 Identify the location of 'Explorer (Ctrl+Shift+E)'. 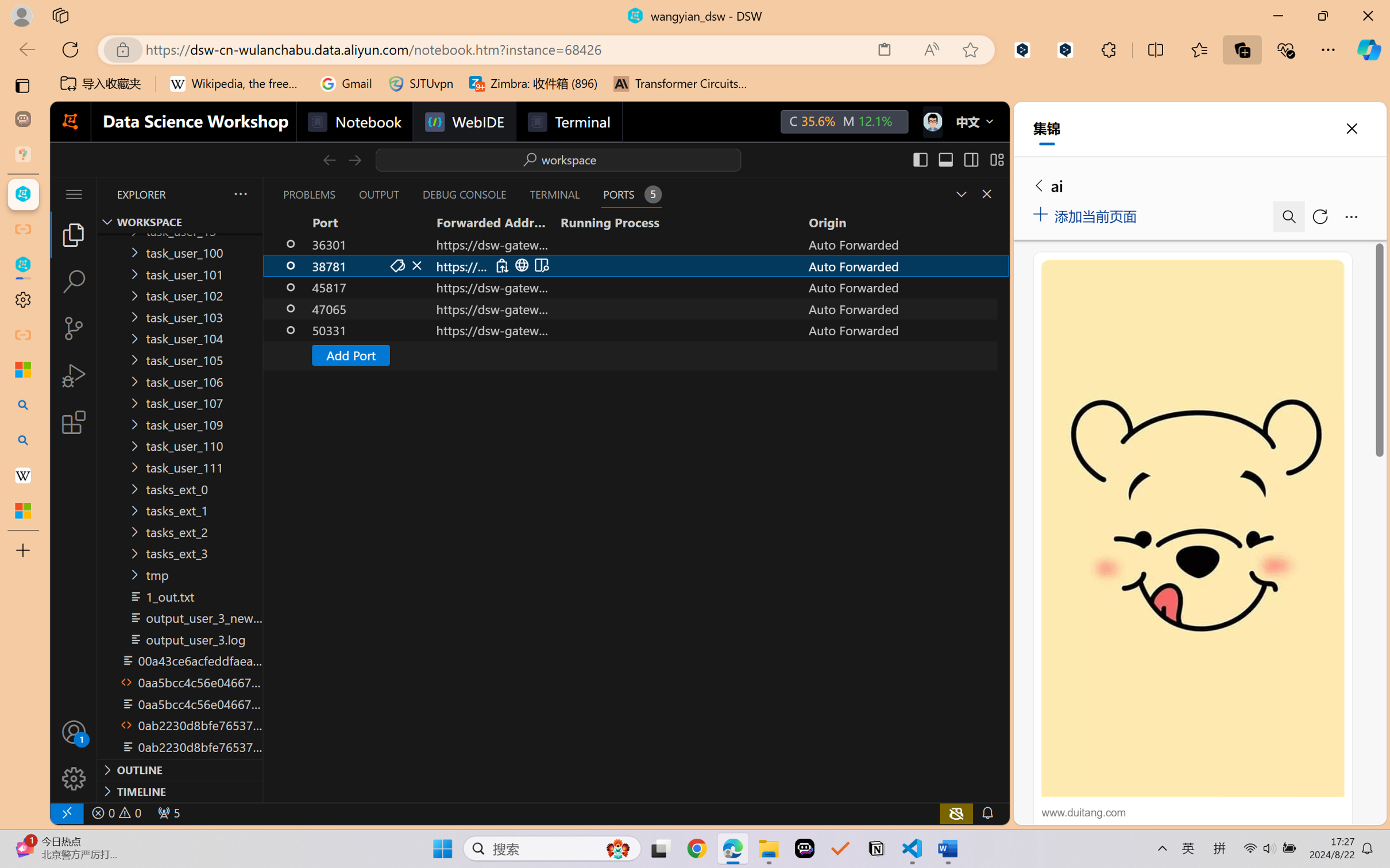
(73, 234).